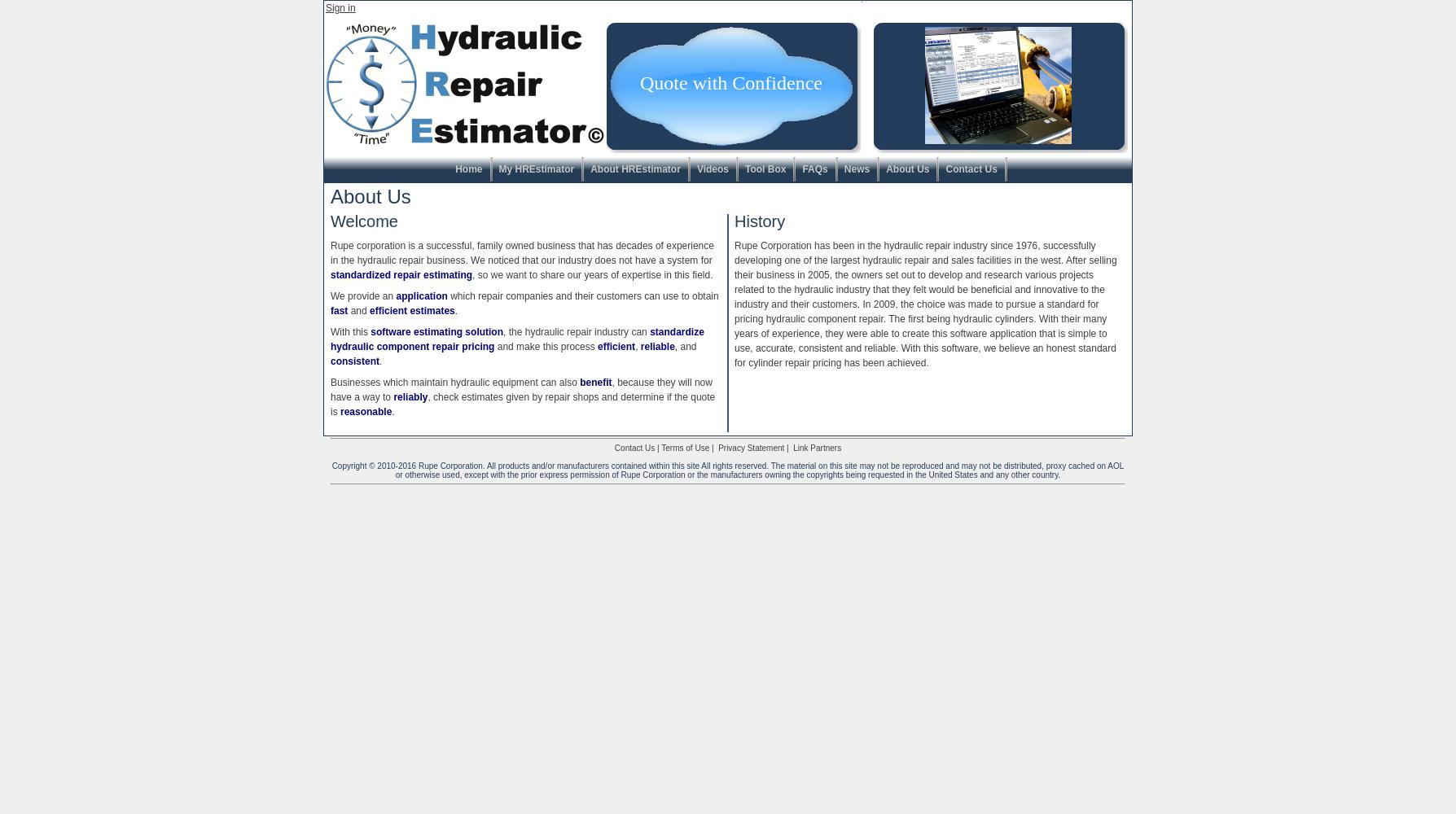  What do you see at coordinates (684, 448) in the screenshot?
I see `'Terms of Use'` at bounding box center [684, 448].